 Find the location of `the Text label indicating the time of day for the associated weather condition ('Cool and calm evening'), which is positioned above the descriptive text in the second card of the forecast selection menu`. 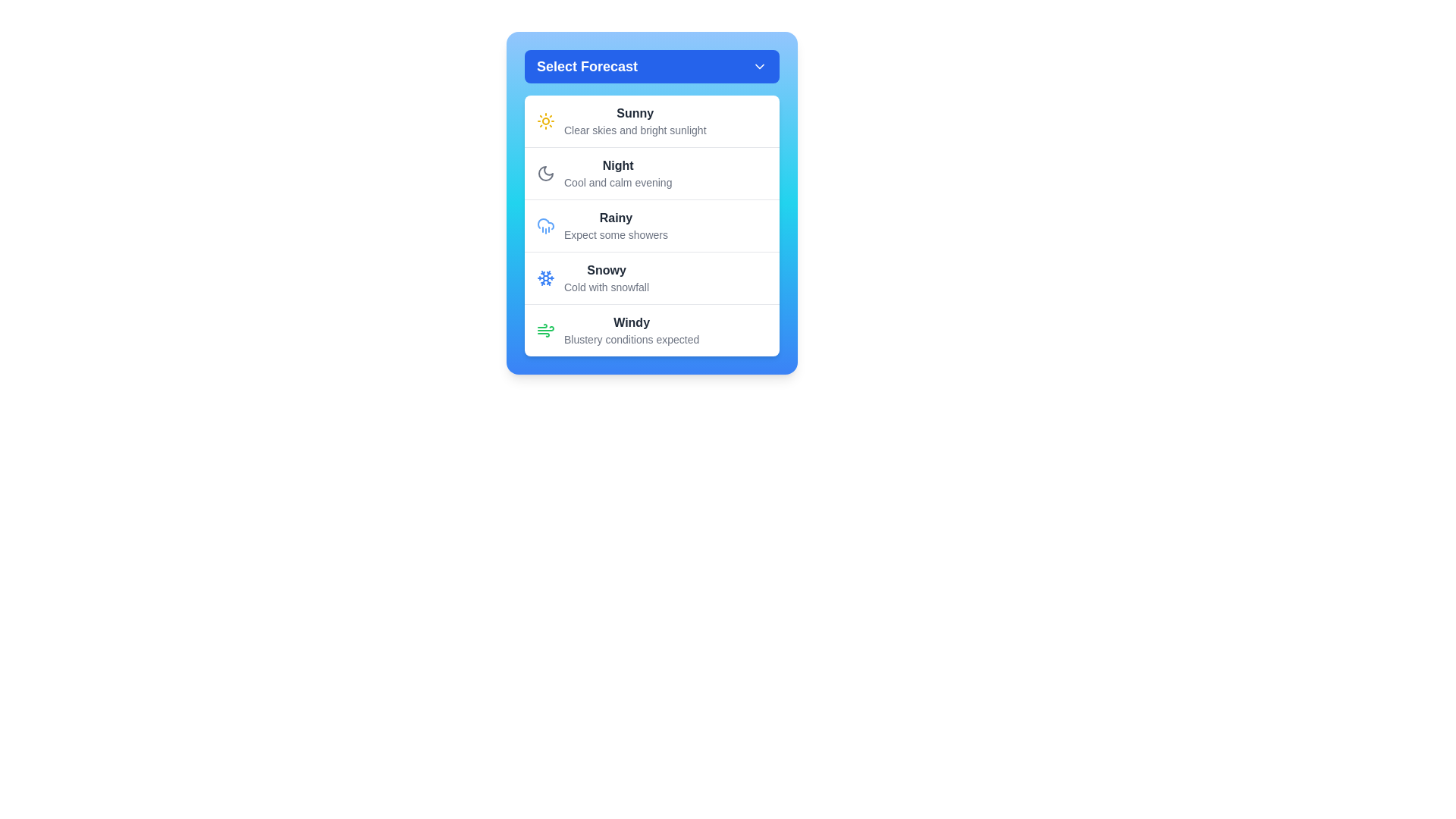

the Text label indicating the time of day for the associated weather condition ('Cool and calm evening'), which is positioned above the descriptive text in the second card of the forecast selection menu is located at coordinates (618, 166).